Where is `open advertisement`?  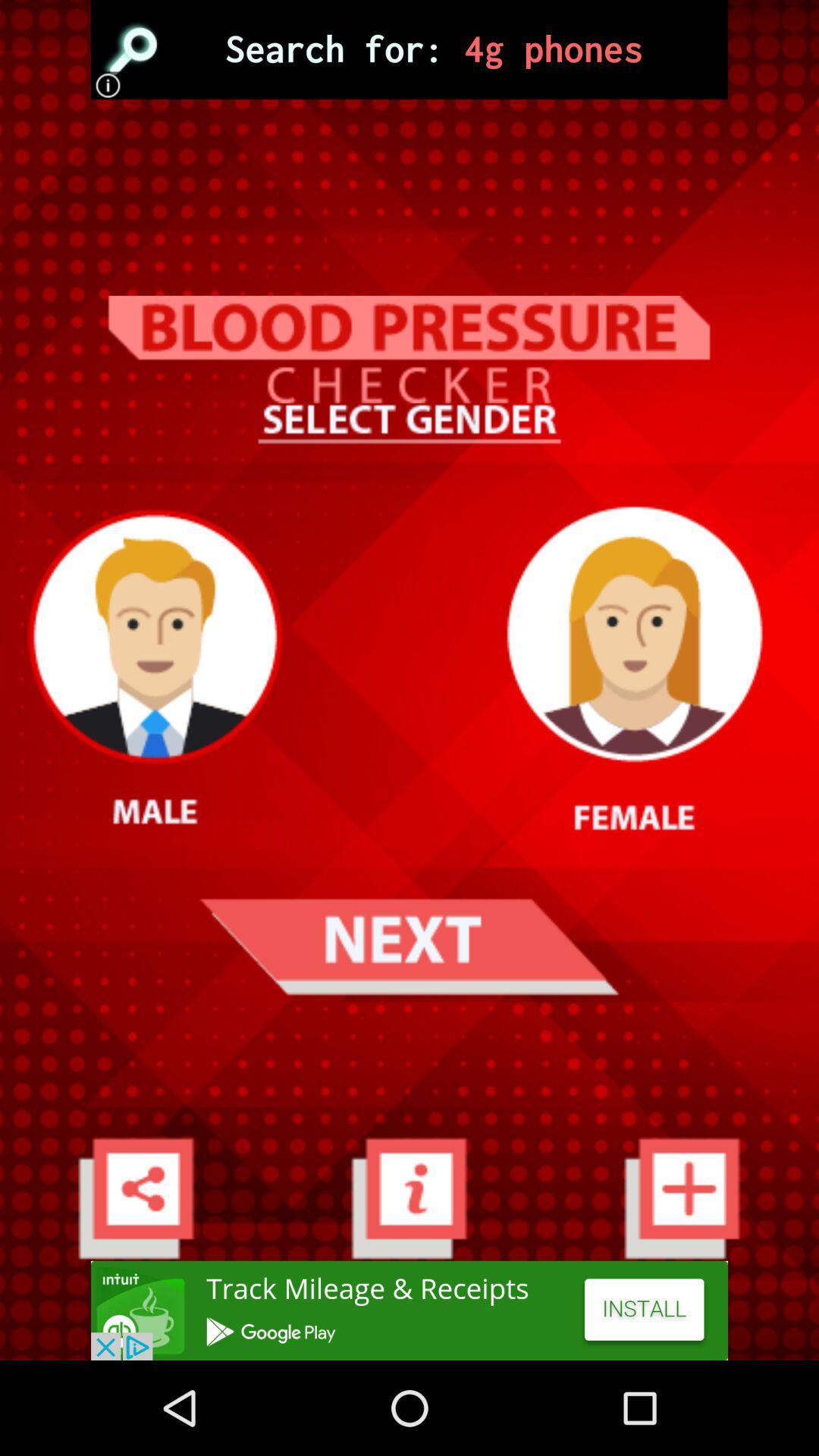 open advertisement is located at coordinates (409, 49).